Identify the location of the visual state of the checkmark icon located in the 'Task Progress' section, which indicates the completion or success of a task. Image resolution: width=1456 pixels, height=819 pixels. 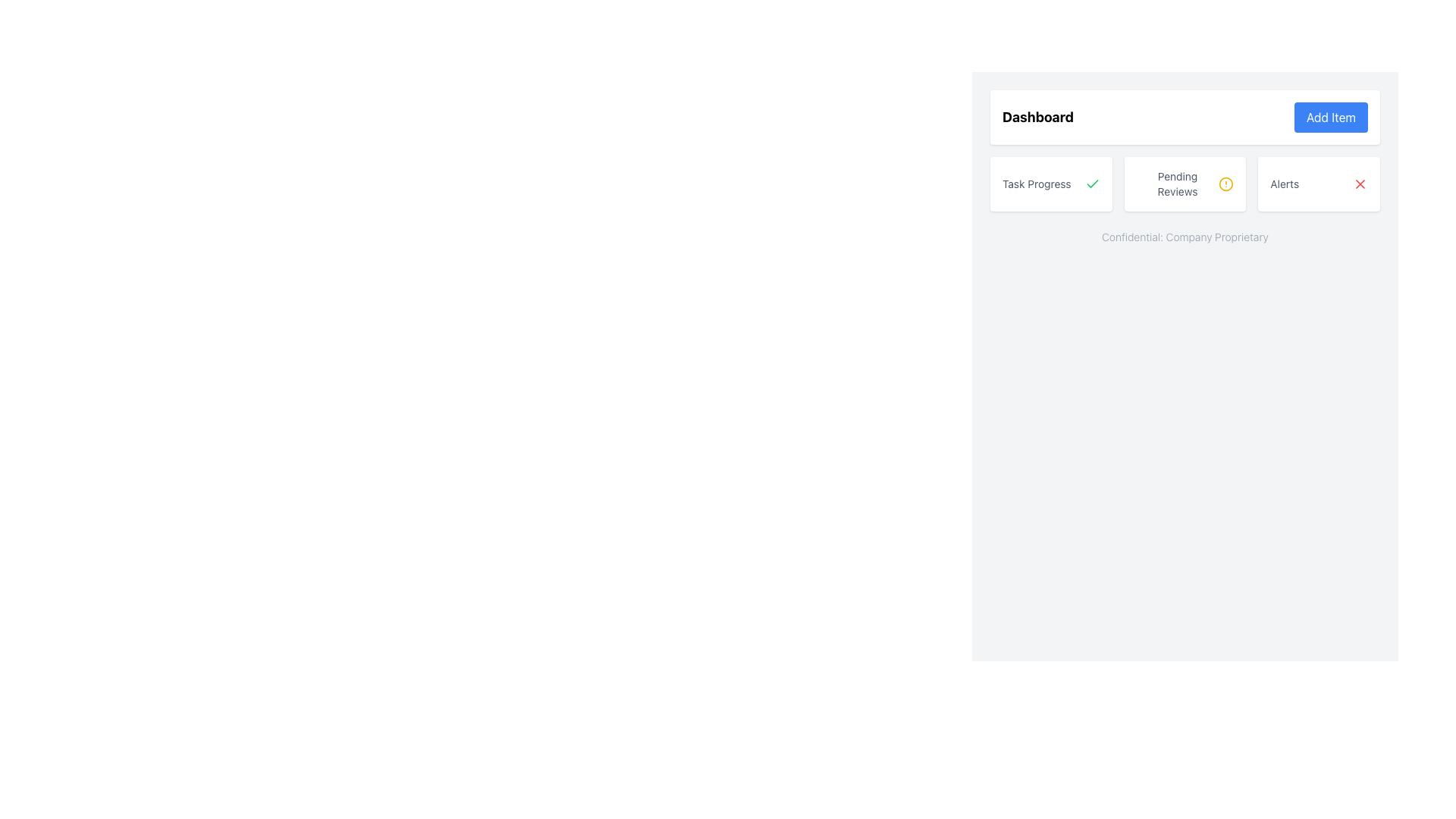
(1092, 184).